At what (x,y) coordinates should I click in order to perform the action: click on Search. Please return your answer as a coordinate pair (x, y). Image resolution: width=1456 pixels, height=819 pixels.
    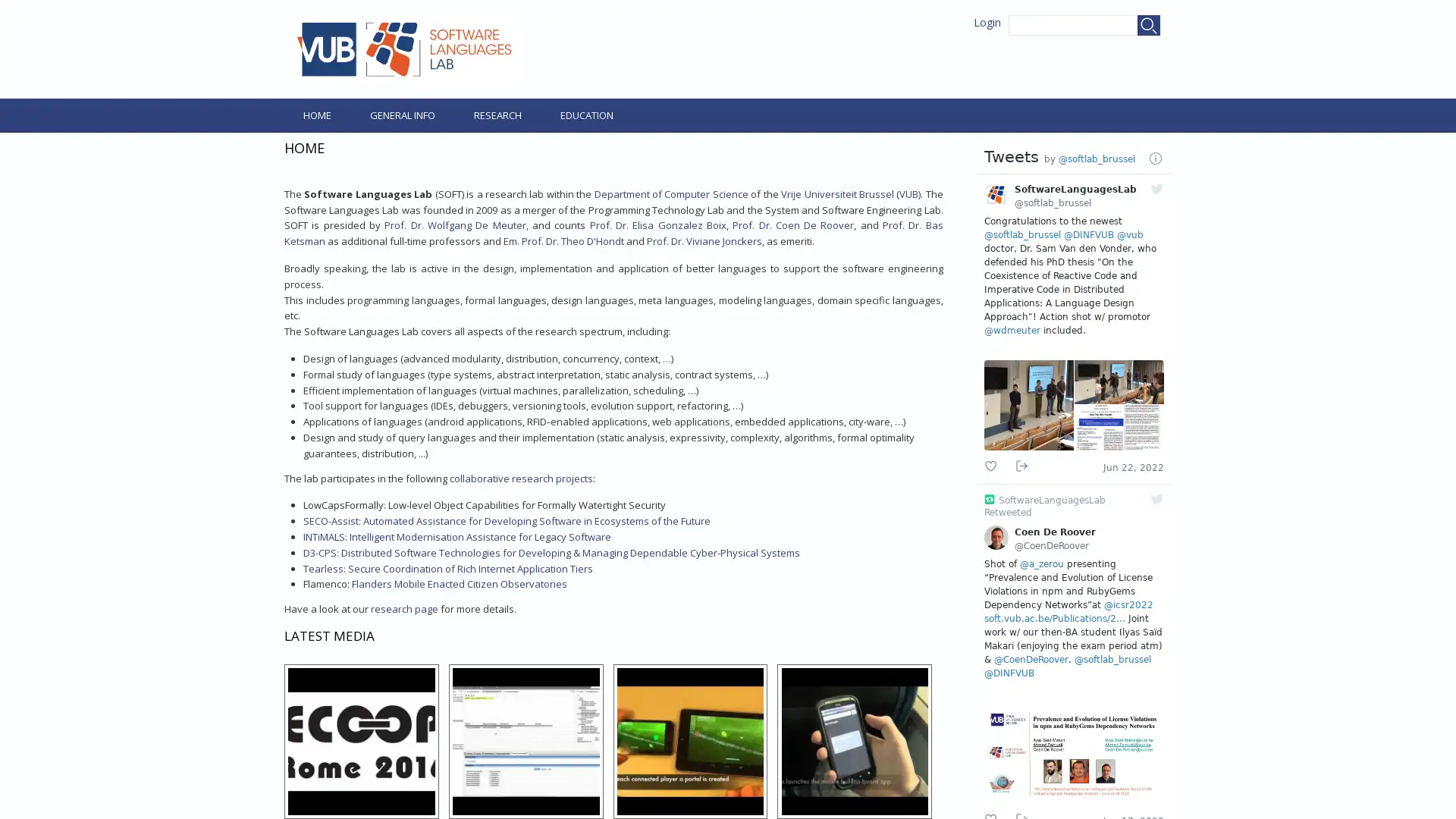
    Looking at the image, I should click on (1149, 25).